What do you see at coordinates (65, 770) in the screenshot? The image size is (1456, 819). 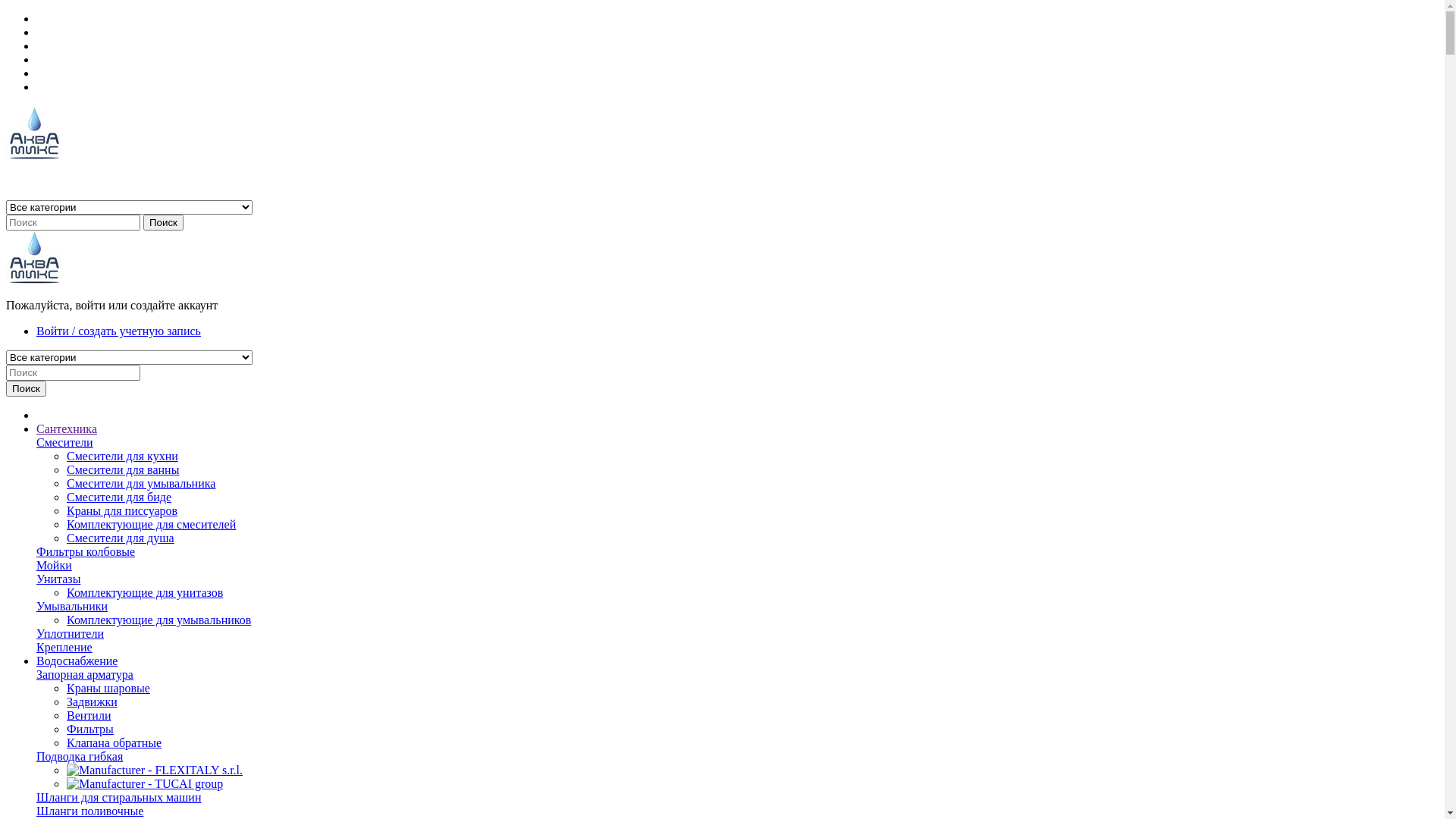 I see `'Manufacturer - FLEXITALY s.r.l.'` at bounding box center [65, 770].